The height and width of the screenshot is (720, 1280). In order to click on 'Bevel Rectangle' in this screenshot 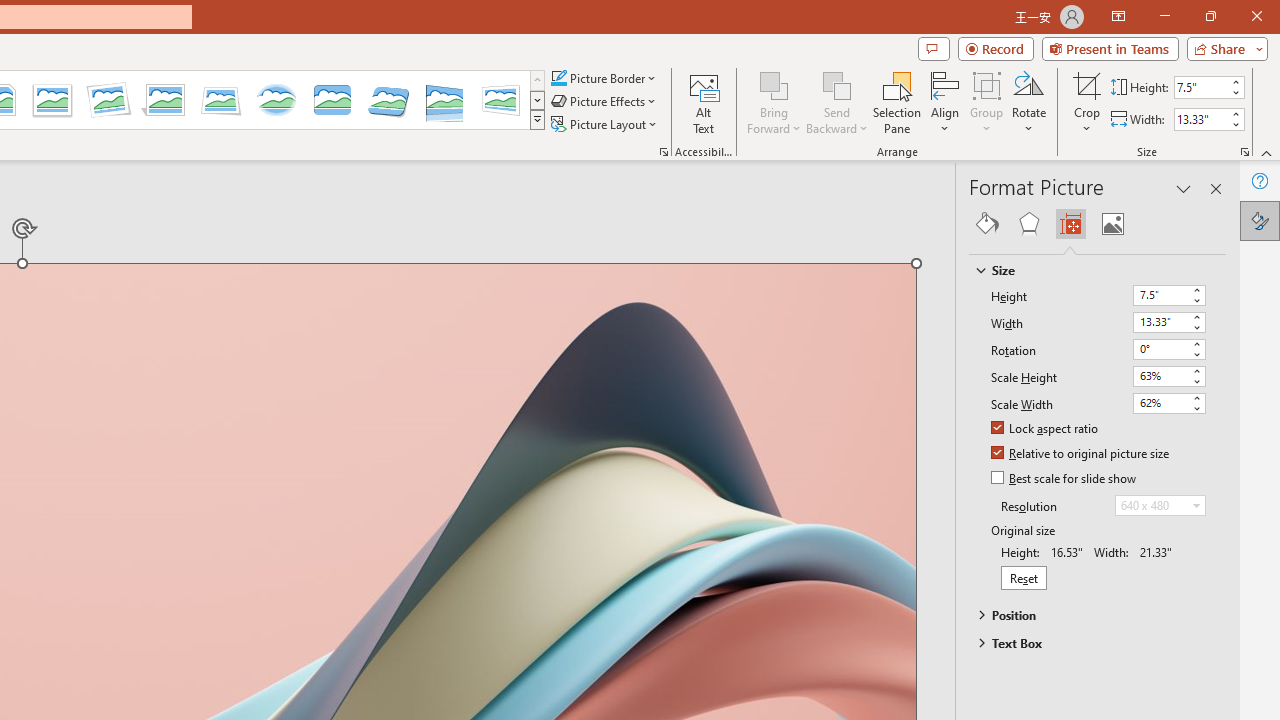, I will do `click(332, 100)`.